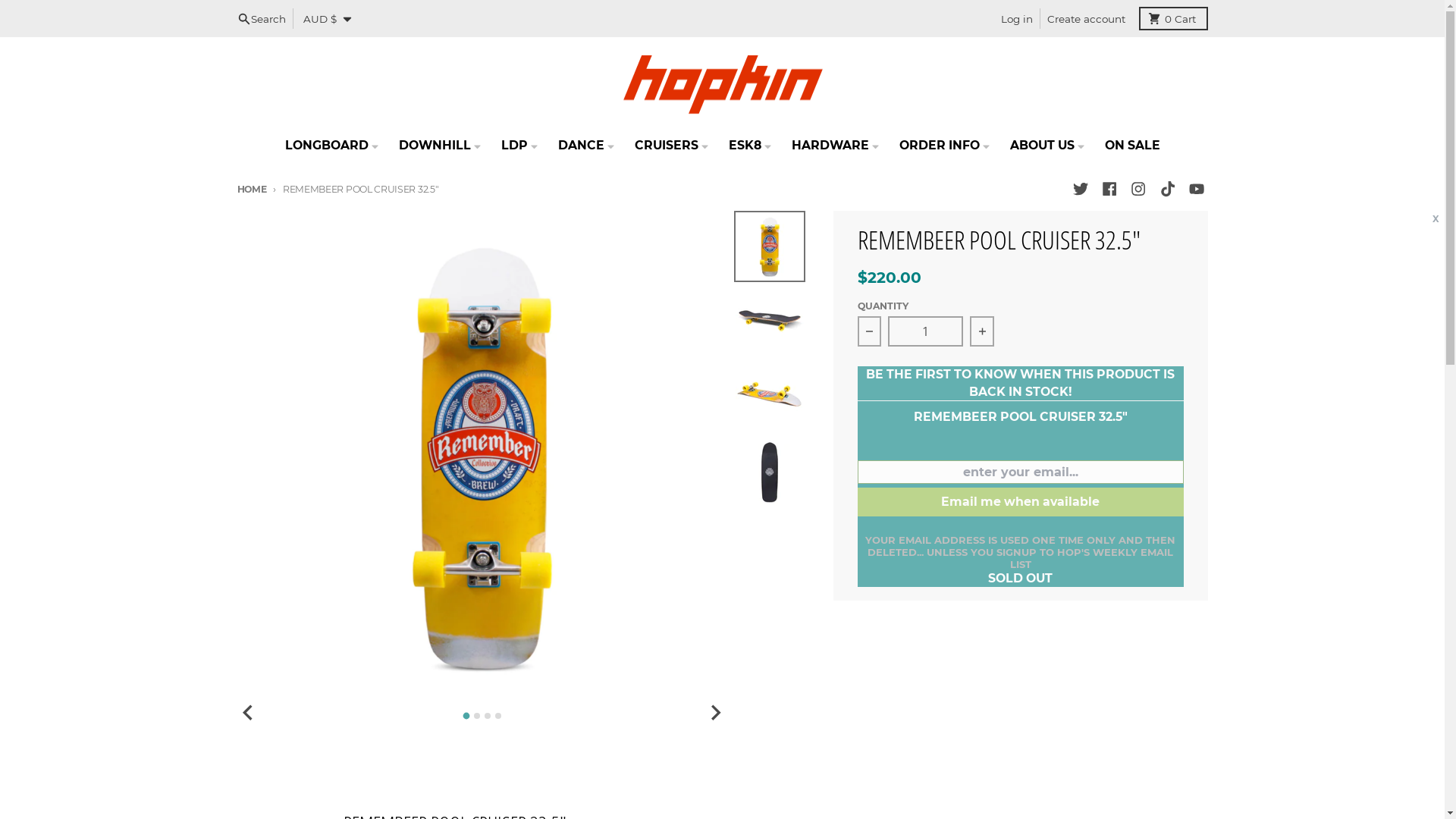 Image resolution: width=1456 pixels, height=819 pixels. Describe the element at coordinates (236, 210) in the screenshot. I see `'Skip to product information'` at that location.